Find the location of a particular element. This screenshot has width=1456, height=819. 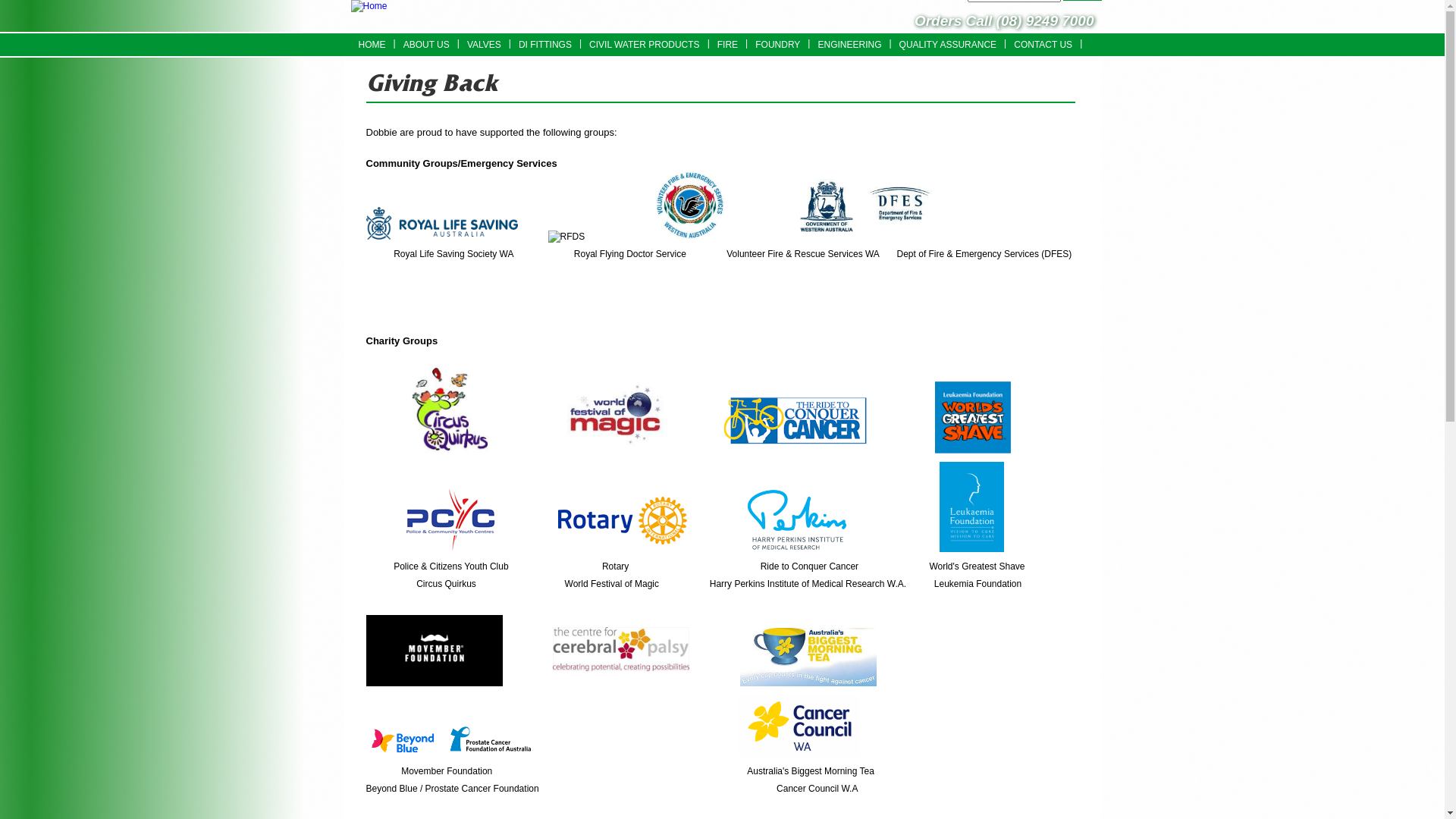

'FIRE' is located at coordinates (726, 44).